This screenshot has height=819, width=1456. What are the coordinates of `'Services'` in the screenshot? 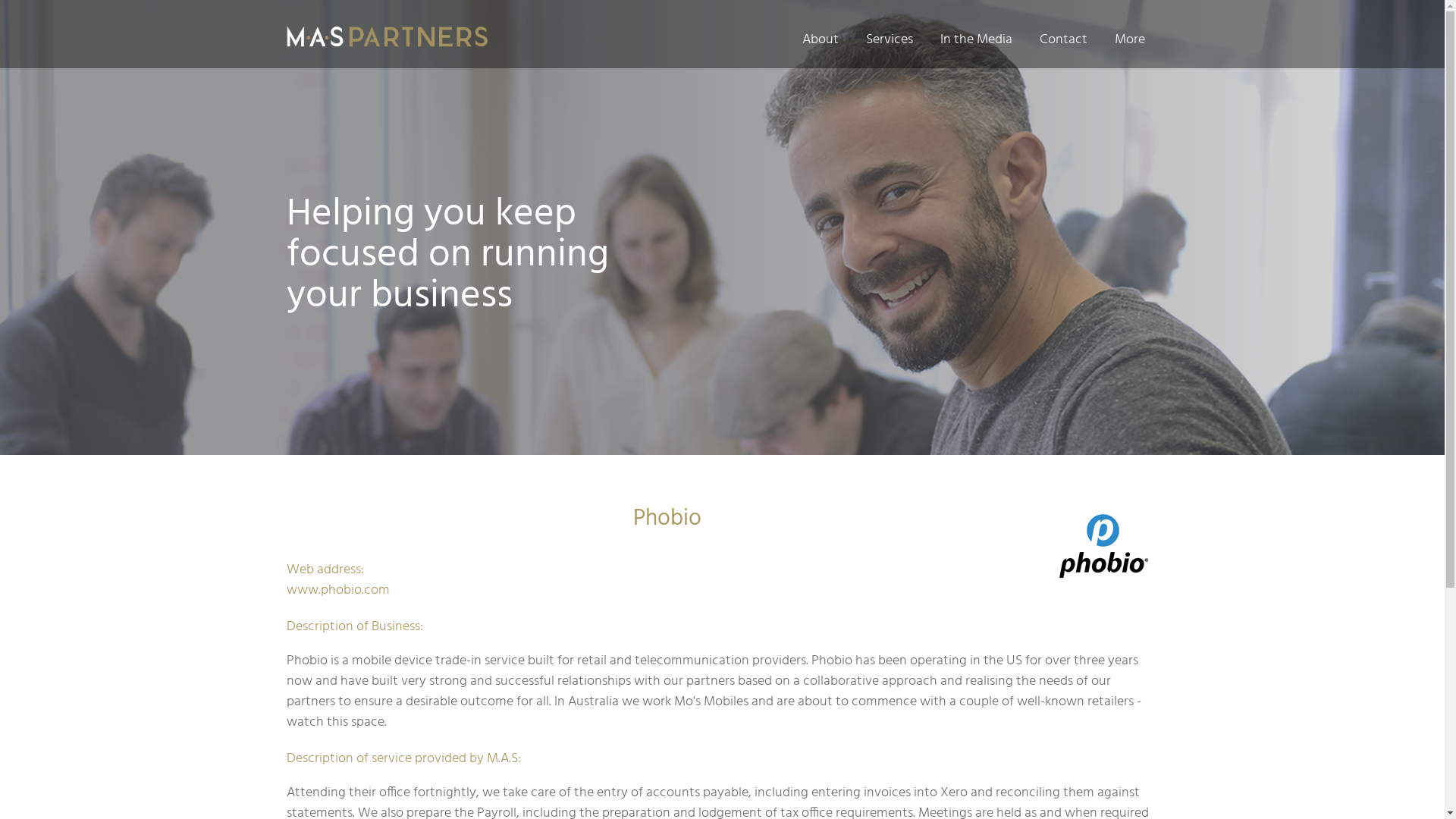 It's located at (889, 39).